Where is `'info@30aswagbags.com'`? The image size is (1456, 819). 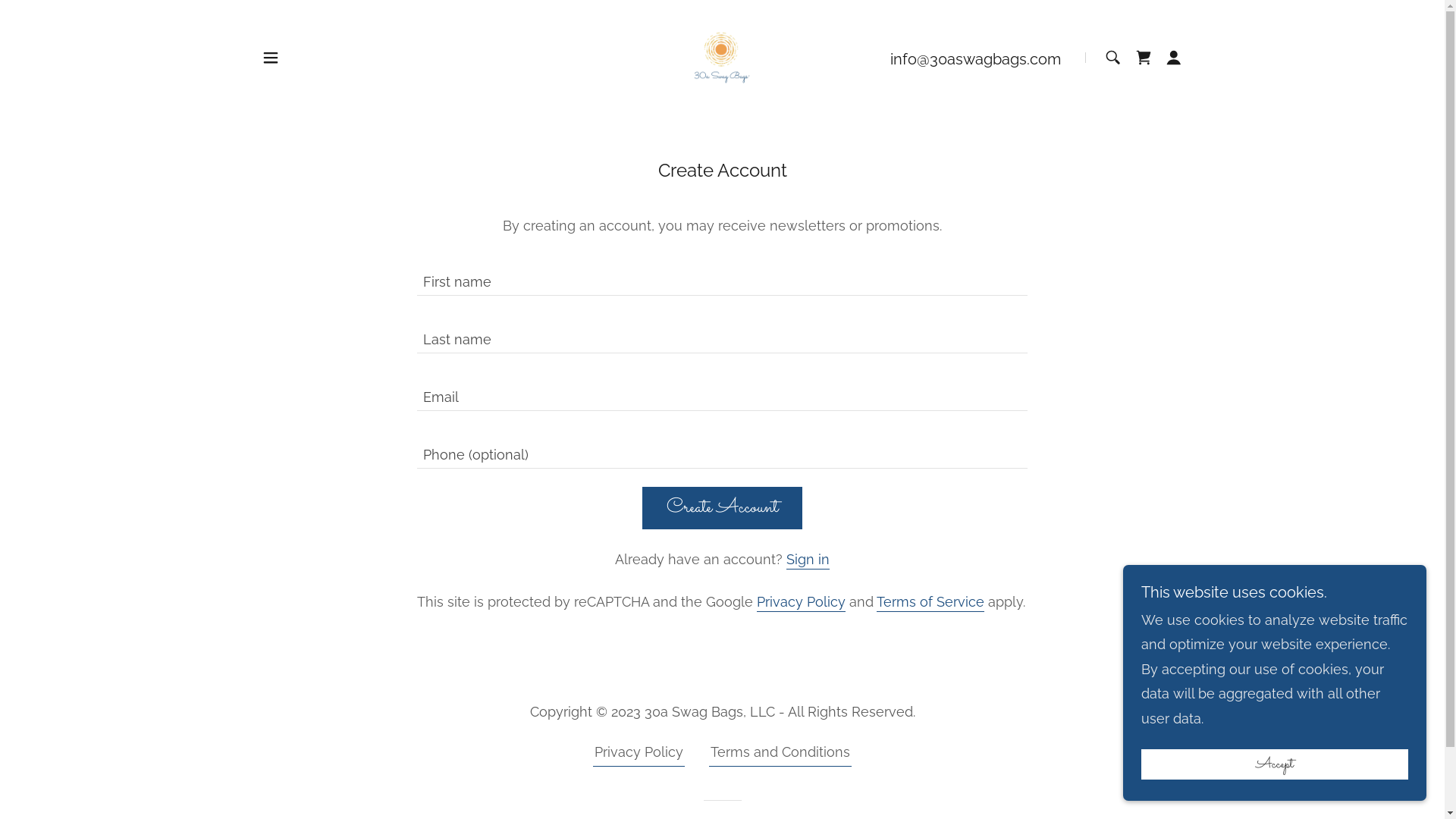 'info@30aswagbags.com' is located at coordinates (890, 58).